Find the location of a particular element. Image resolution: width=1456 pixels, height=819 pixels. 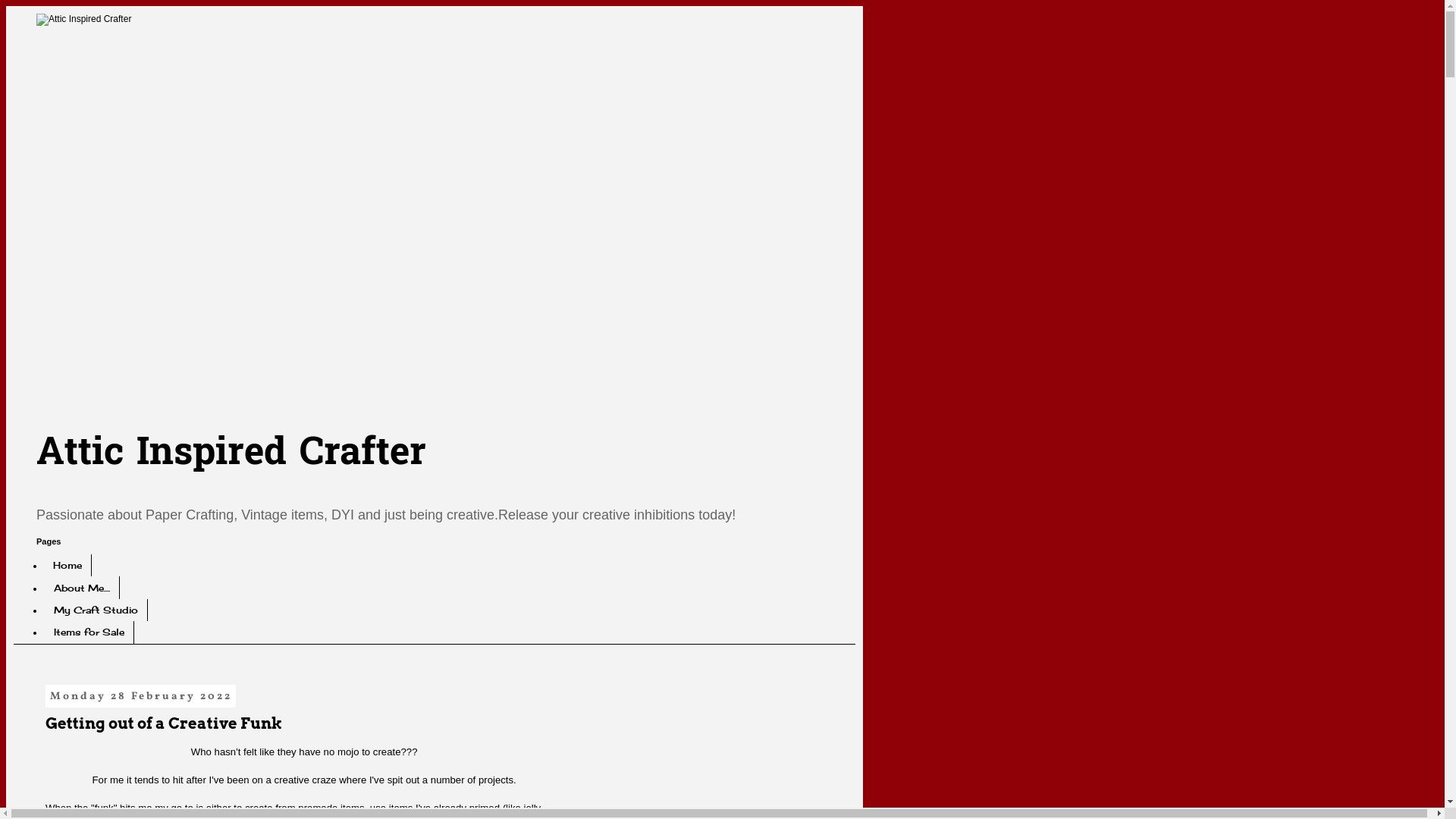

'Items for Sale' is located at coordinates (88, 632).